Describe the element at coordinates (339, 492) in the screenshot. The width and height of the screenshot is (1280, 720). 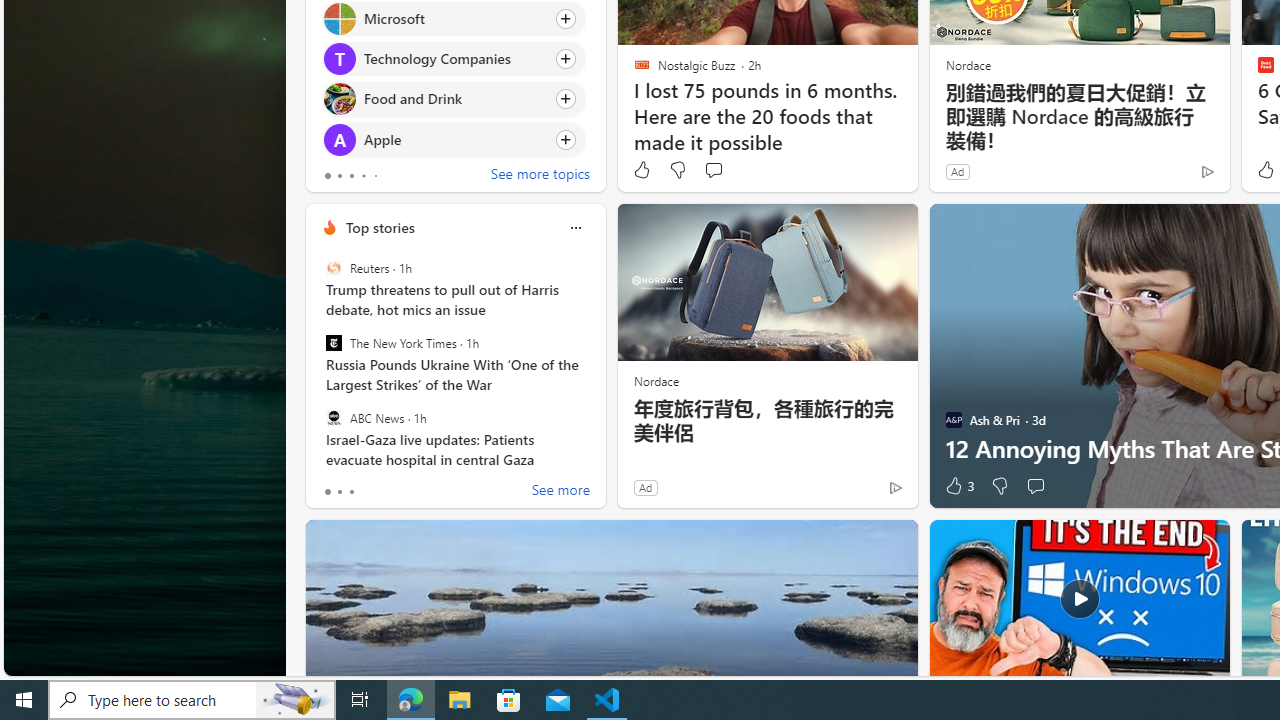
I see `'tab-1'` at that location.